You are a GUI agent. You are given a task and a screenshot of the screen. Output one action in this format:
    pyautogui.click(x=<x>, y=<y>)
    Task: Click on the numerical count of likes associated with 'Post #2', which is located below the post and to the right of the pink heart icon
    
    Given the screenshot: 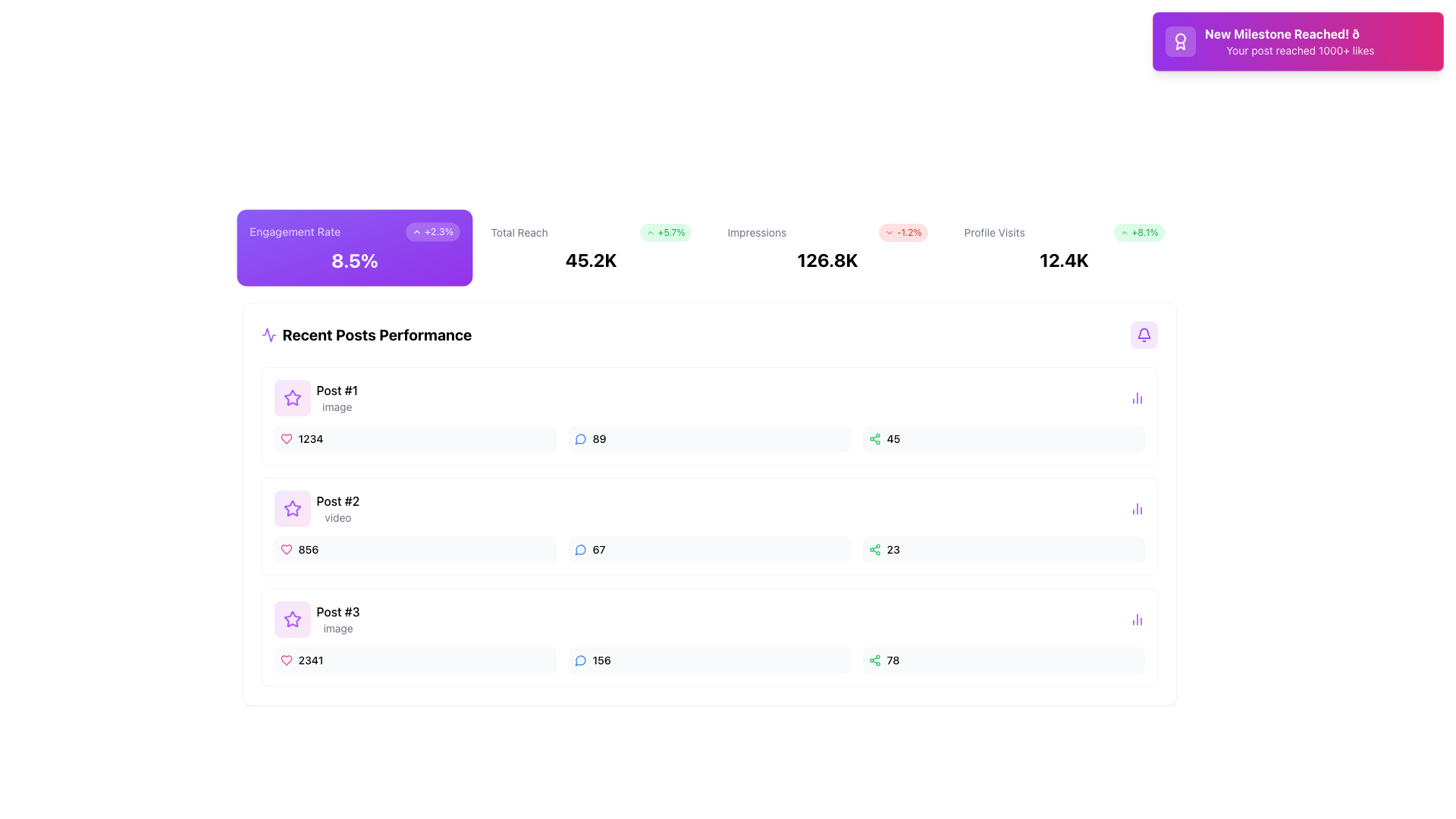 What is the action you would take?
    pyautogui.click(x=307, y=550)
    